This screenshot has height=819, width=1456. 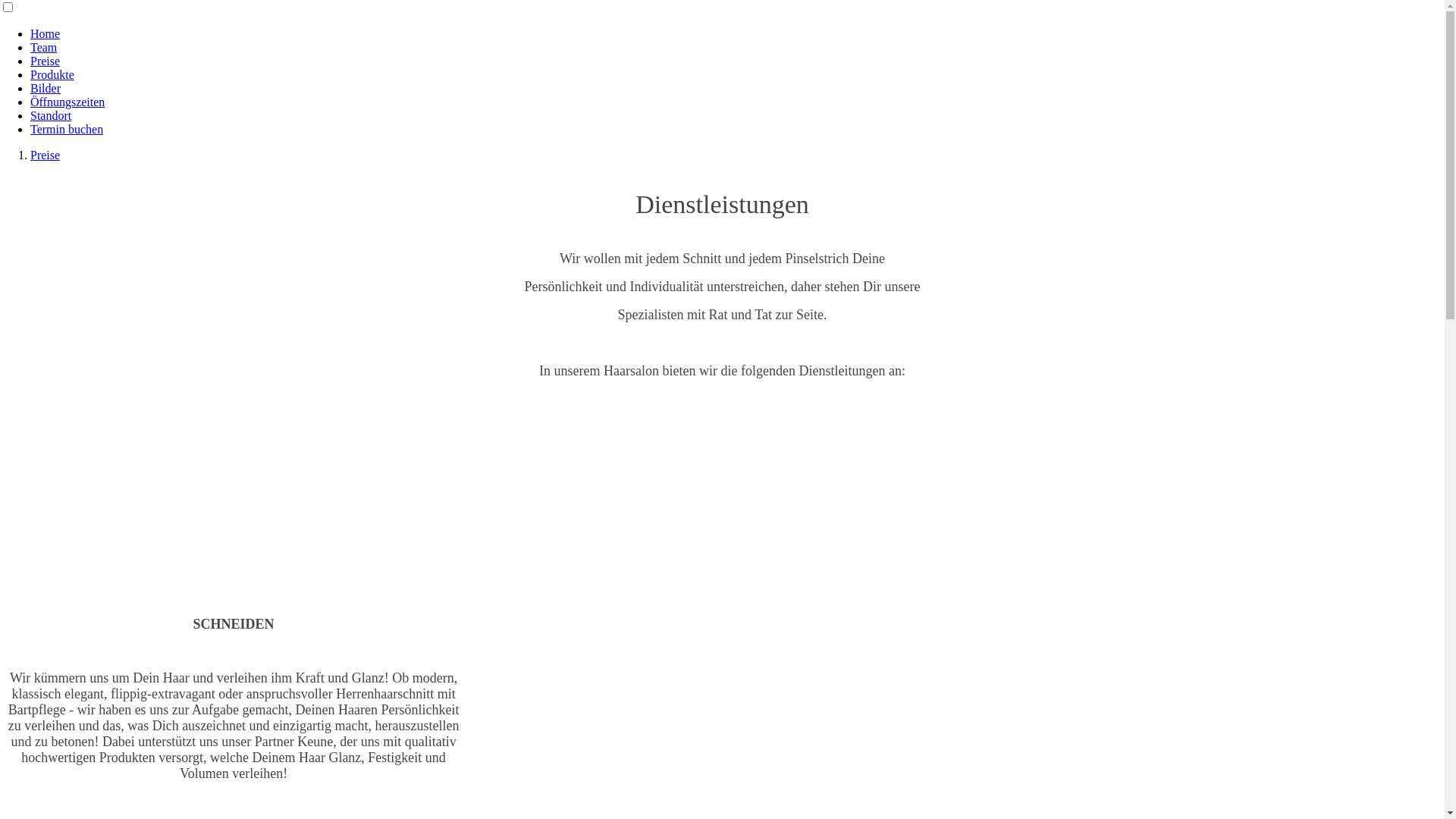 What do you see at coordinates (52, 74) in the screenshot?
I see `'Produkte'` at bounding box center [52, 74].